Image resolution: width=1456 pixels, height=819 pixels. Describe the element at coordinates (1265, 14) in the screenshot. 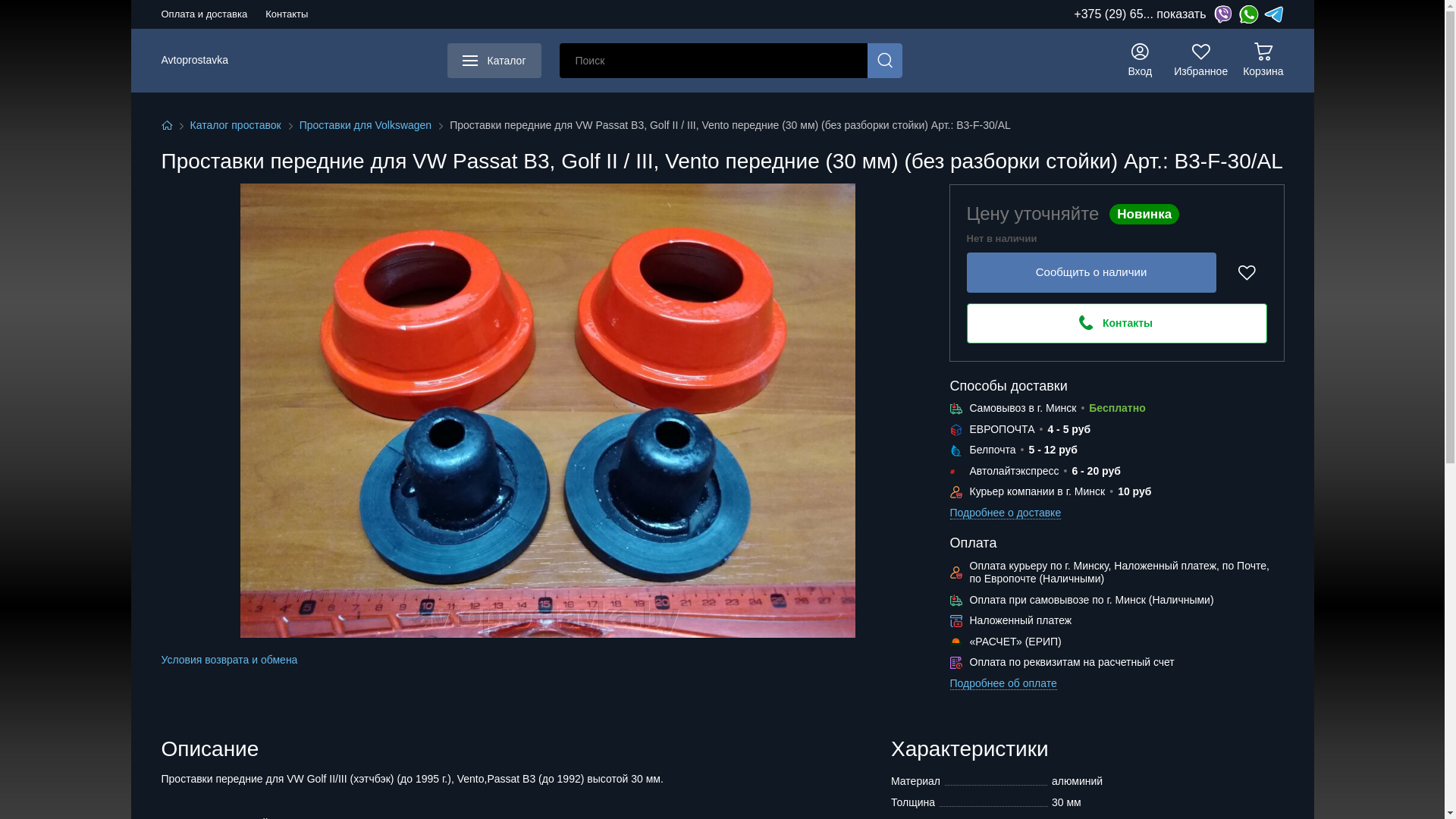

I see `'Telegram'` at that location.